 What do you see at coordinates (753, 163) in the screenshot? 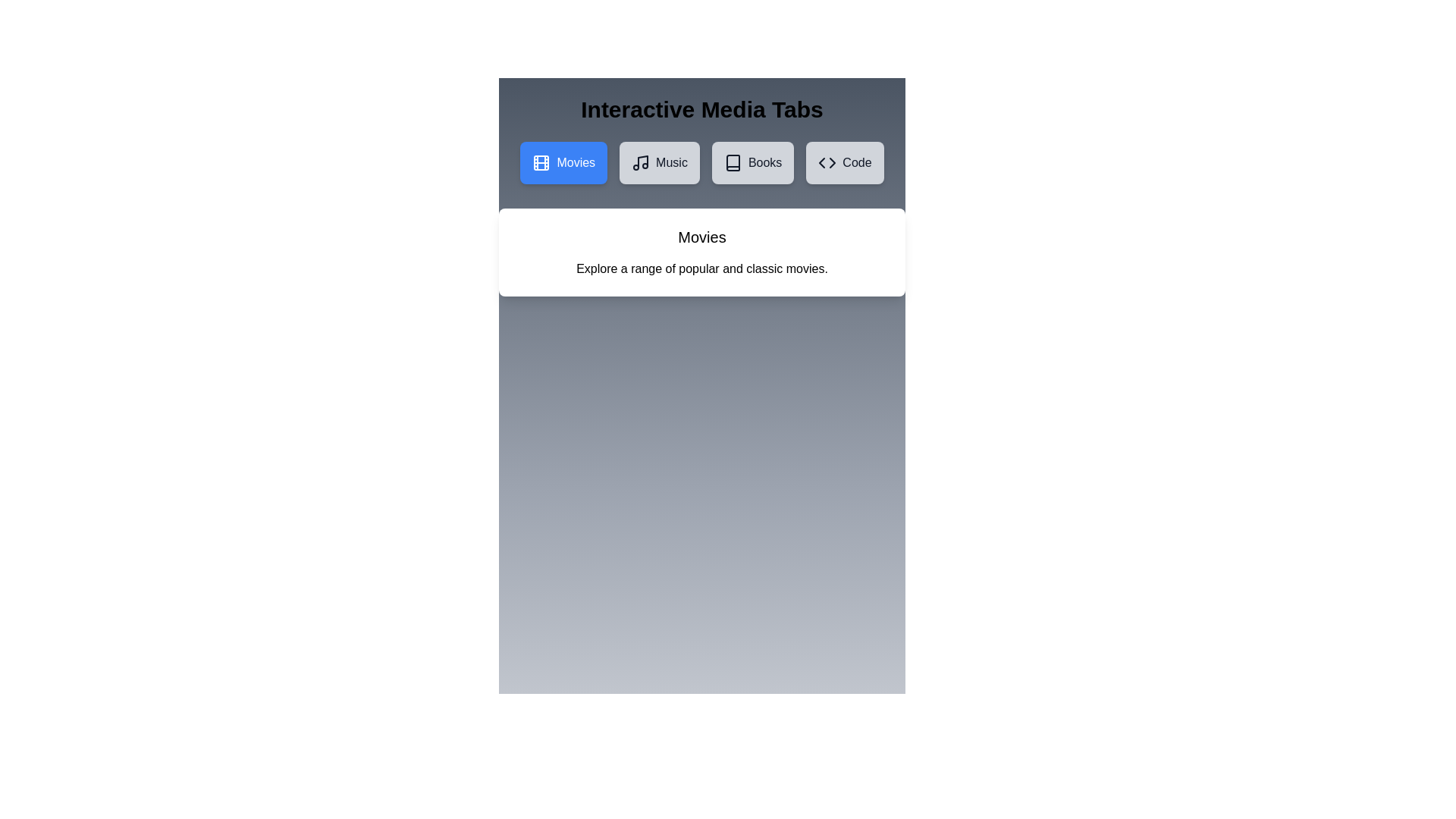
I see `the Books tab by clicking the respective tab button` at bounding box center [753, 163].